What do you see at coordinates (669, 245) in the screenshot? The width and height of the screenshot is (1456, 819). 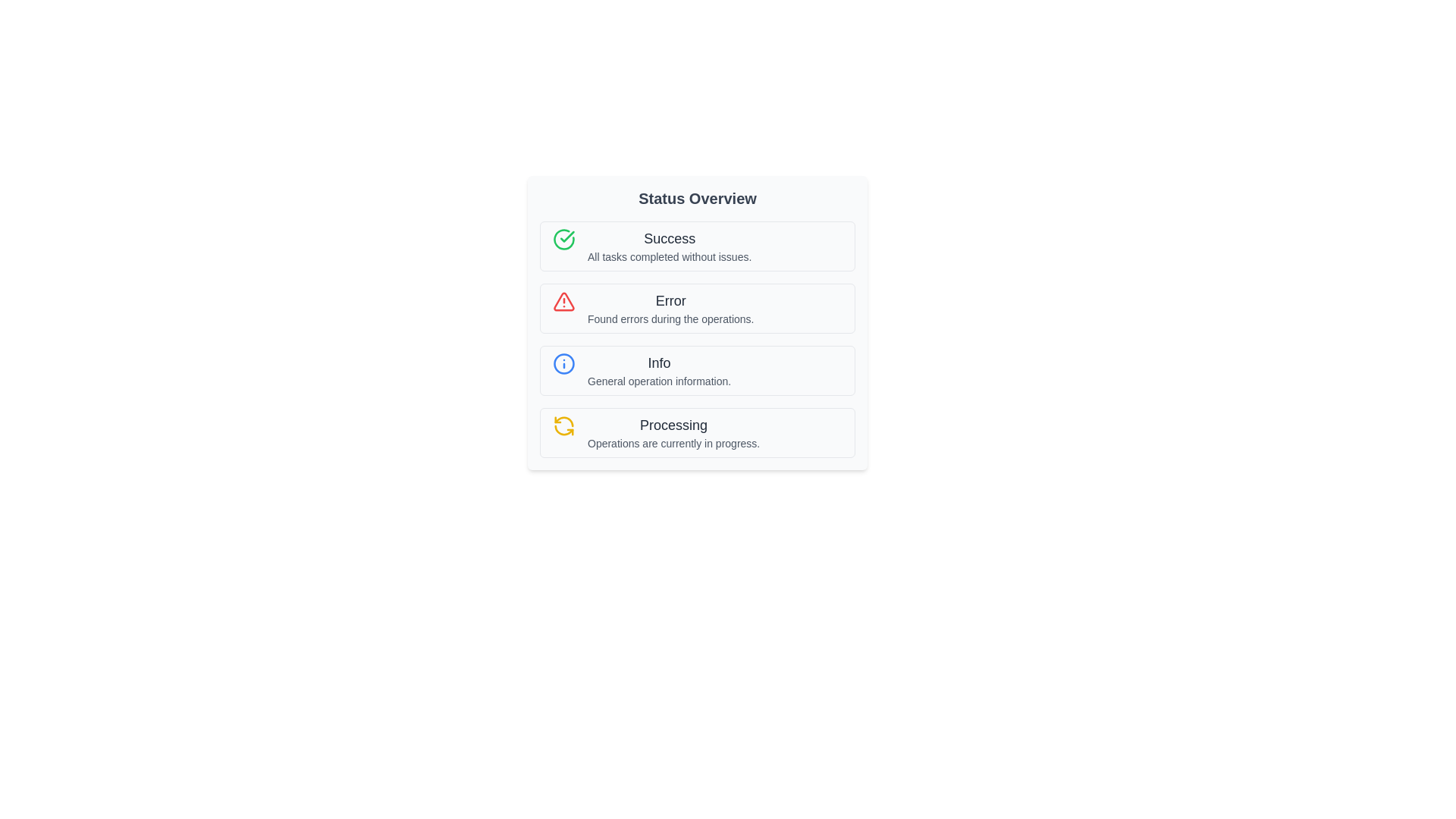 I see `the text block that displays 'Success' and the subtitle 'All tasks completed without issues.' located centrally beneath the 'Status Overview' heading` at bounding box center [669, 245].